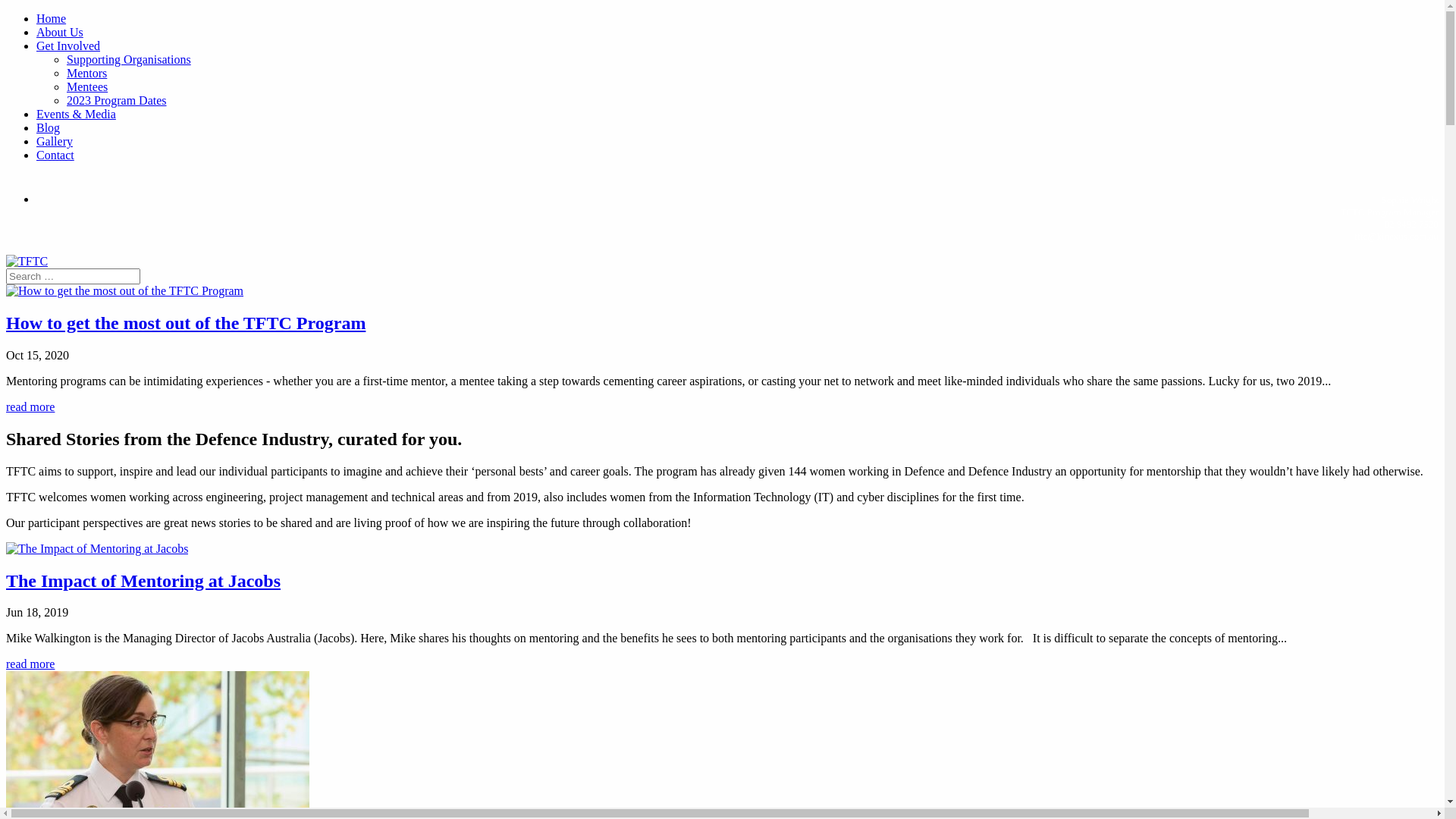 The width and height of the screenshot is (1456, 819). I want to click on 'Gallery', so click(55, 141).